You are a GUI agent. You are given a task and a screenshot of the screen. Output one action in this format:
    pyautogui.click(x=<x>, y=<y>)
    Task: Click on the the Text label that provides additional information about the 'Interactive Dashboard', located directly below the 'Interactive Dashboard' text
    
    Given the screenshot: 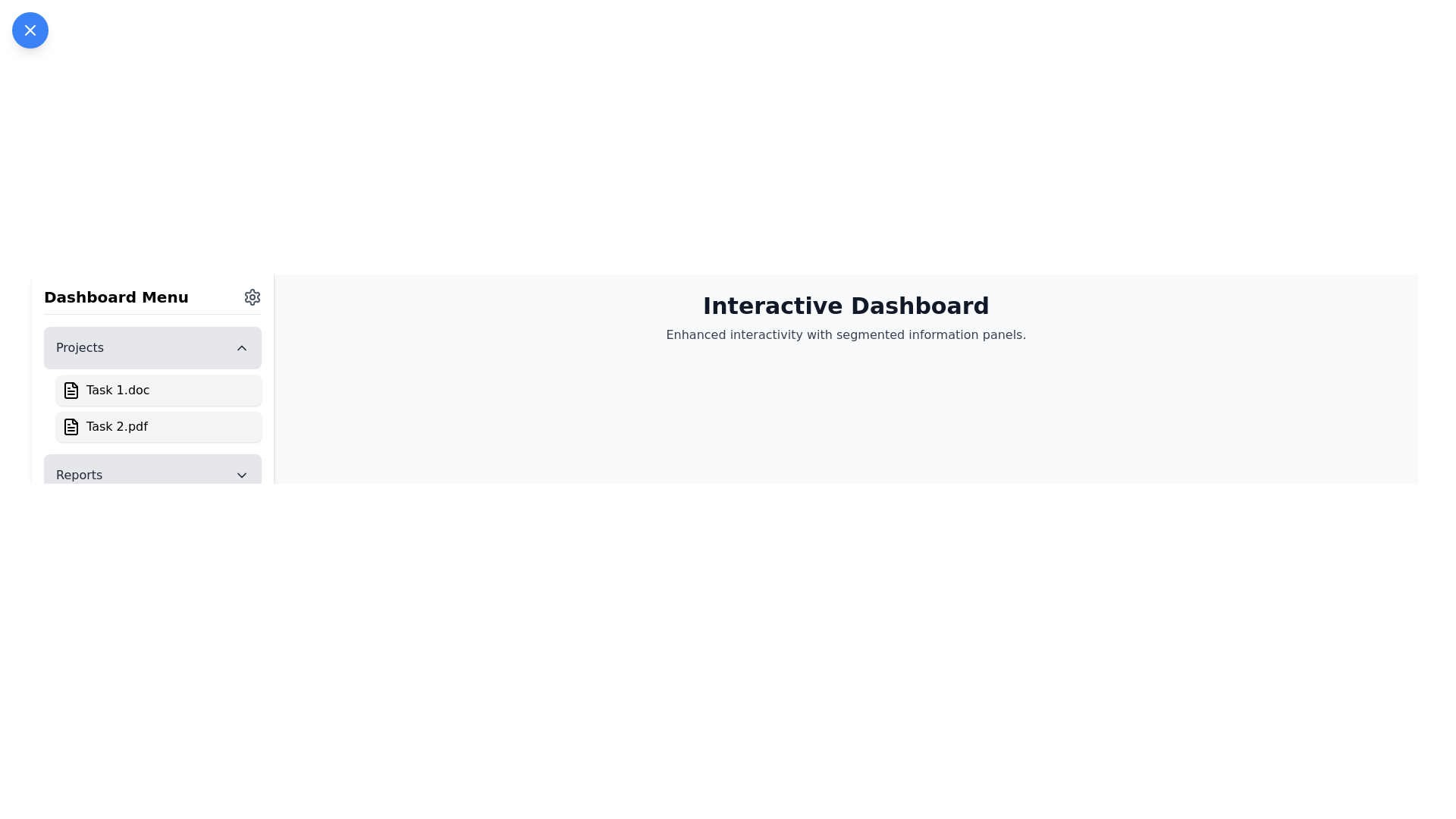 What is the action you would take?
    pyautogui.click(x=846, y=334)
    